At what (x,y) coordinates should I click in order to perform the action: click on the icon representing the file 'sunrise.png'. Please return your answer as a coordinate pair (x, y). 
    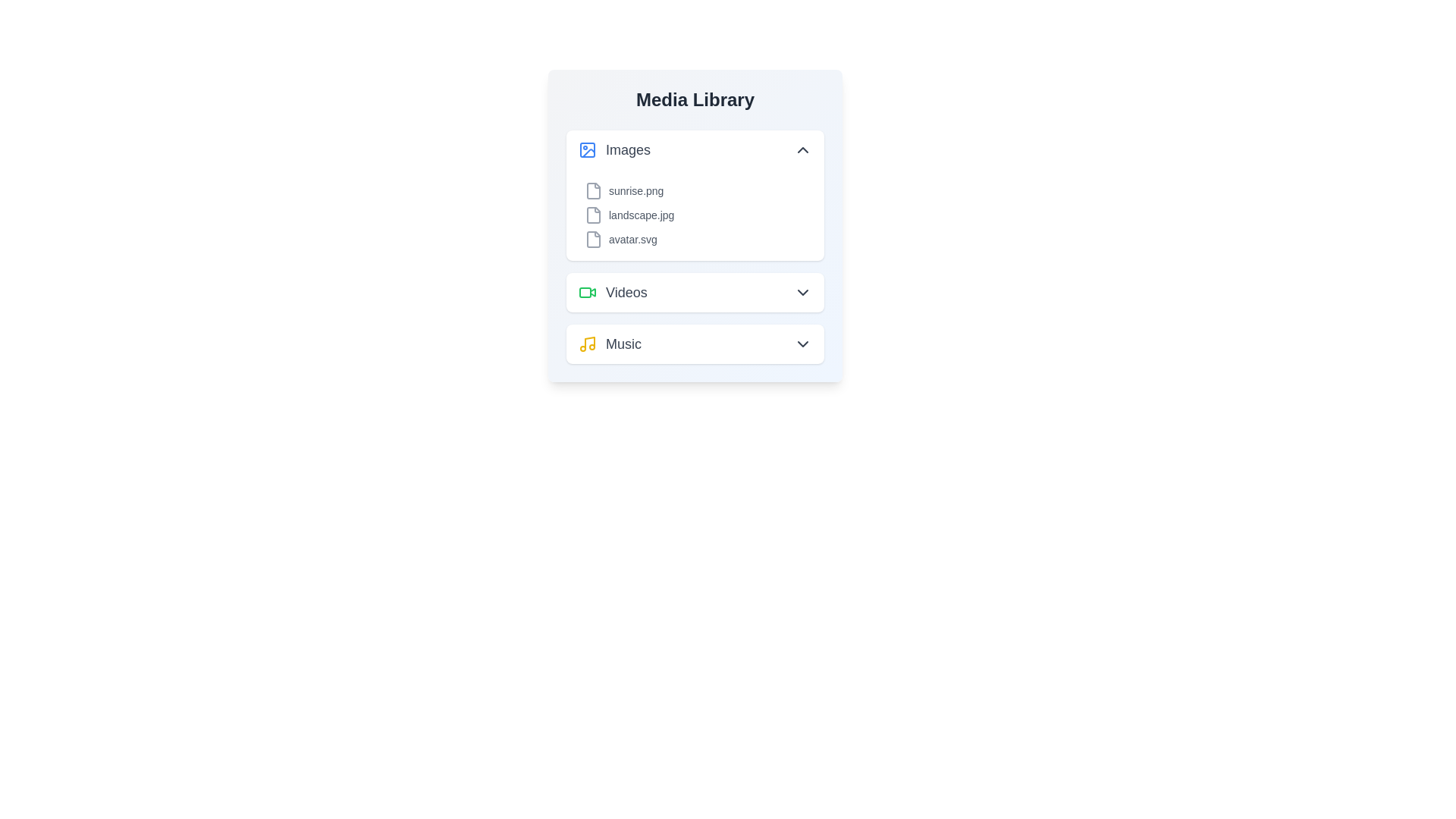
    Looking at the image, I should click on (592, 190).